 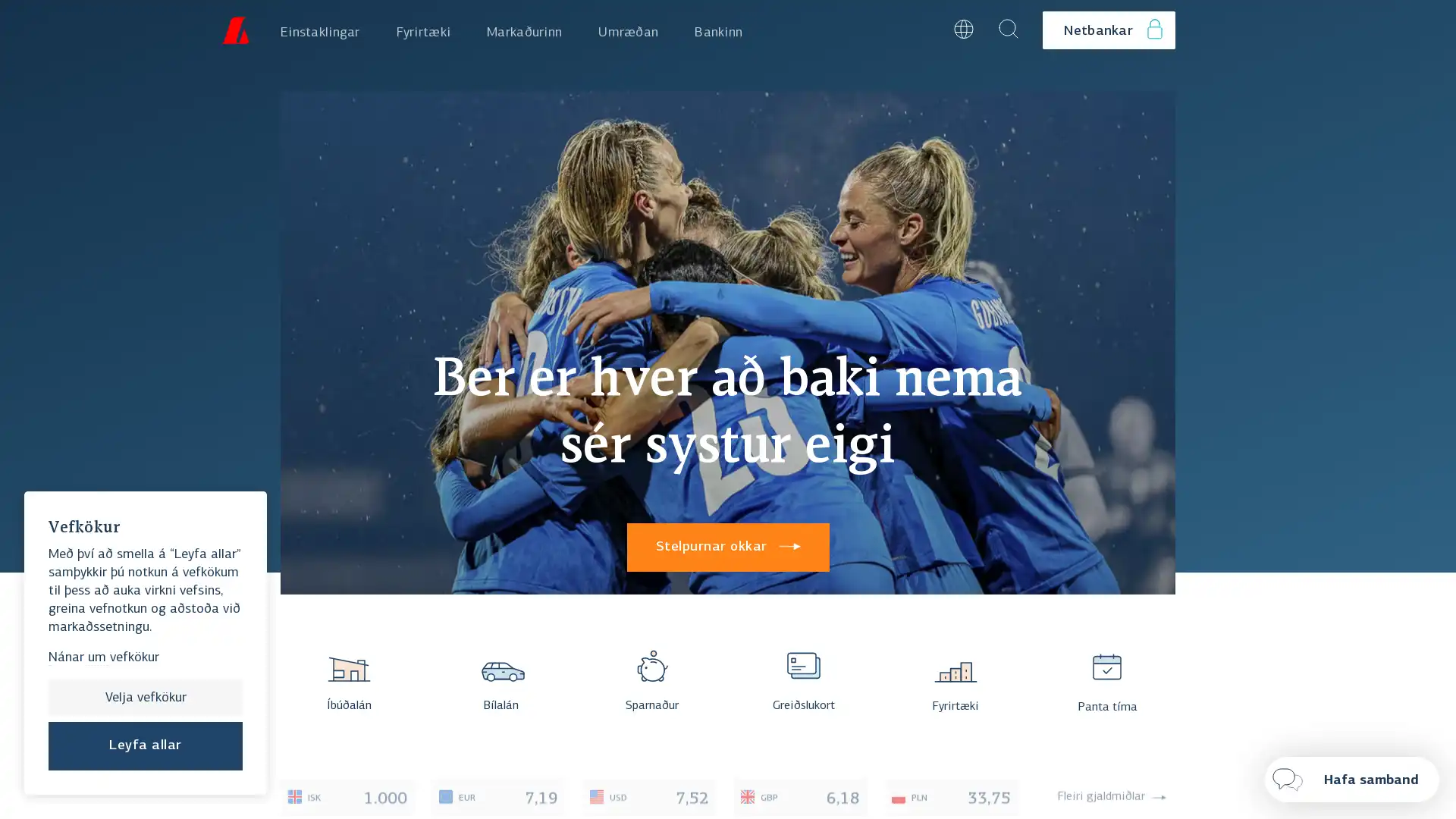 What do you see at coordinates (146, 745) in the screenshot?
I see `Leyfa allar` at bounding box center [146, 745].